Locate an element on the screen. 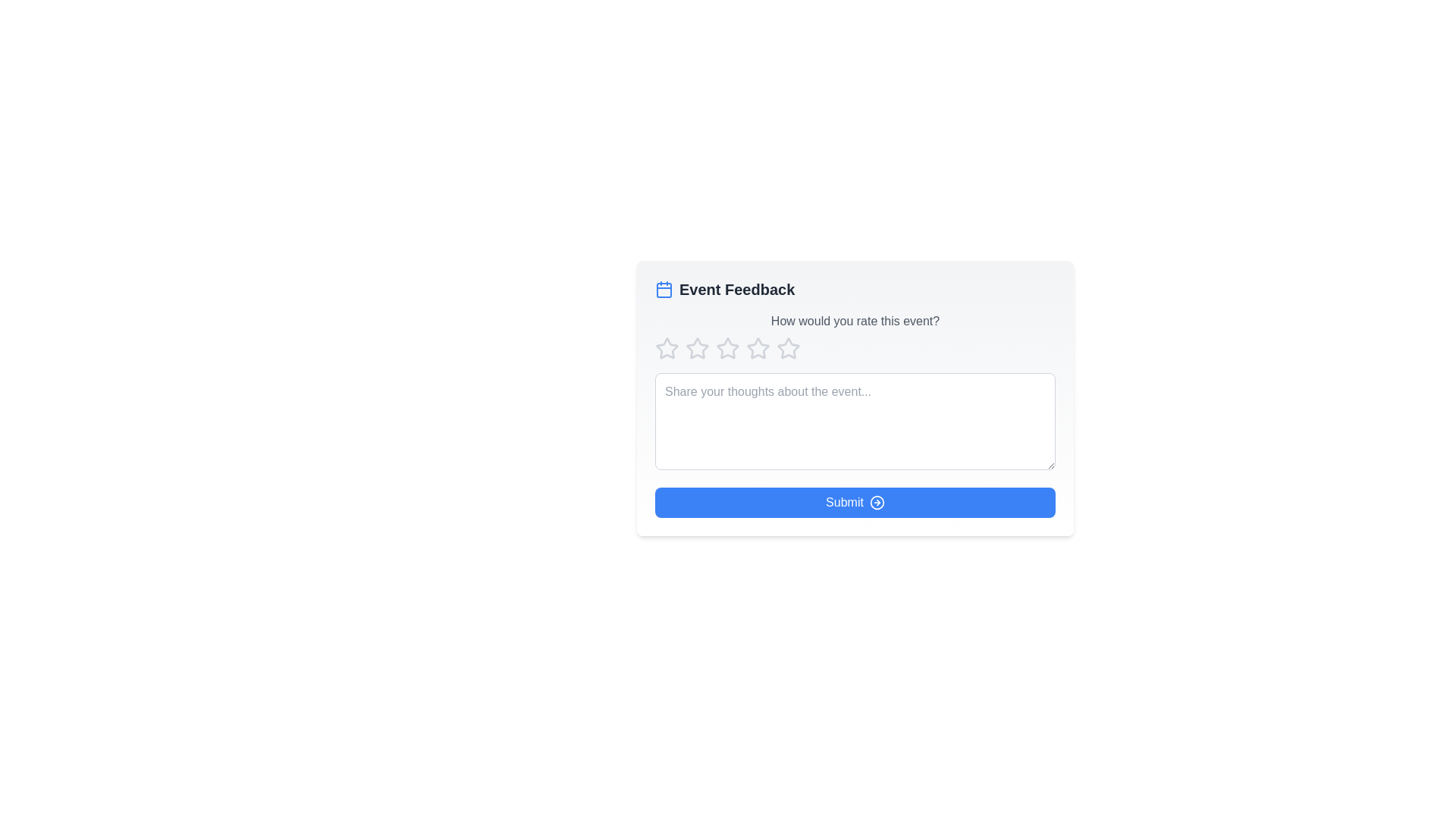 The height and width of the screenshot is (819, 1456). the small blue calendar icon located to the left of the 'Event Feedback' text in the header area of the feedback form is located at coordinates (664, 289).